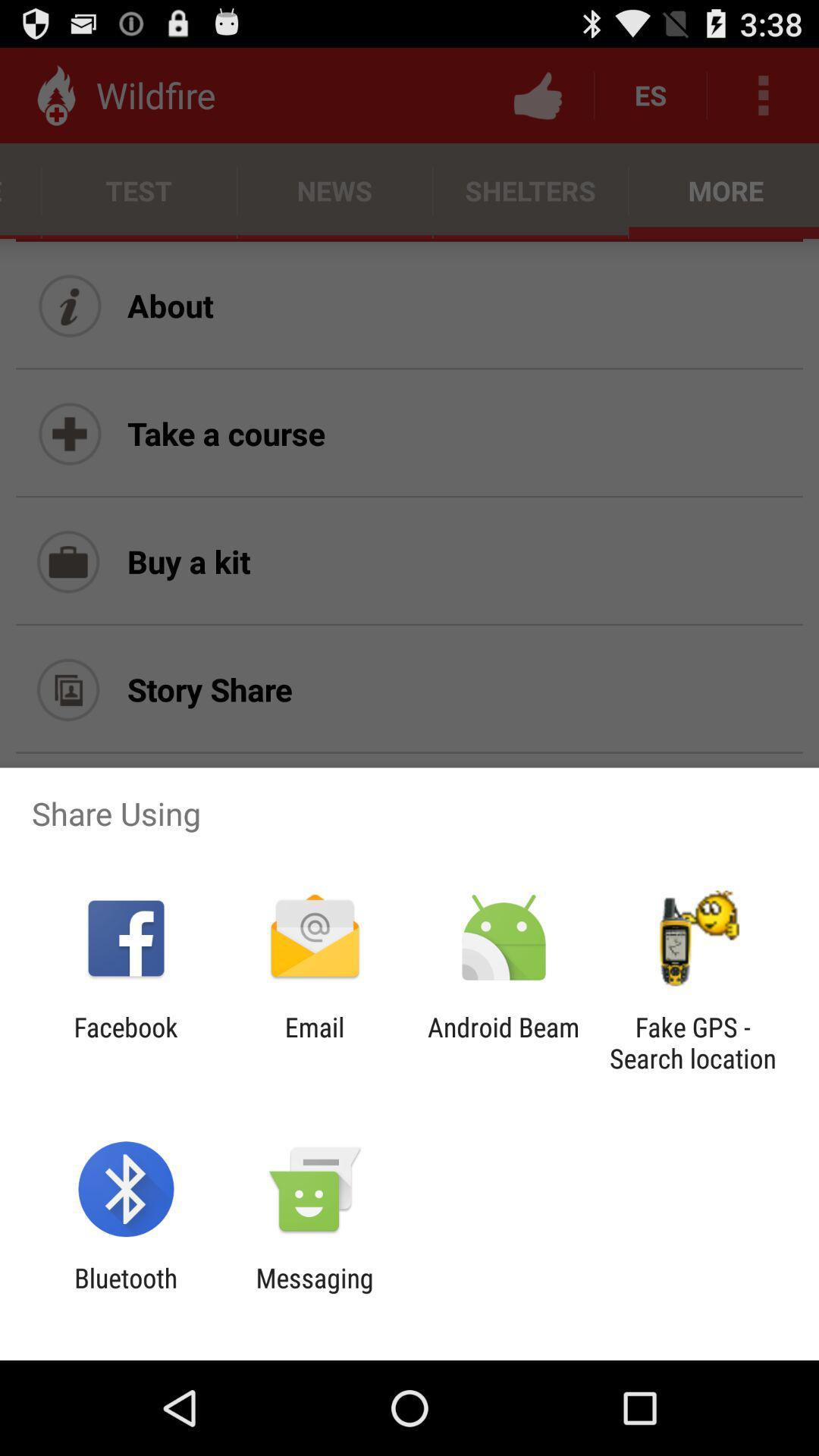 The image size is (819, 1456). I want to click on the facebook item, so click(125, 1042).